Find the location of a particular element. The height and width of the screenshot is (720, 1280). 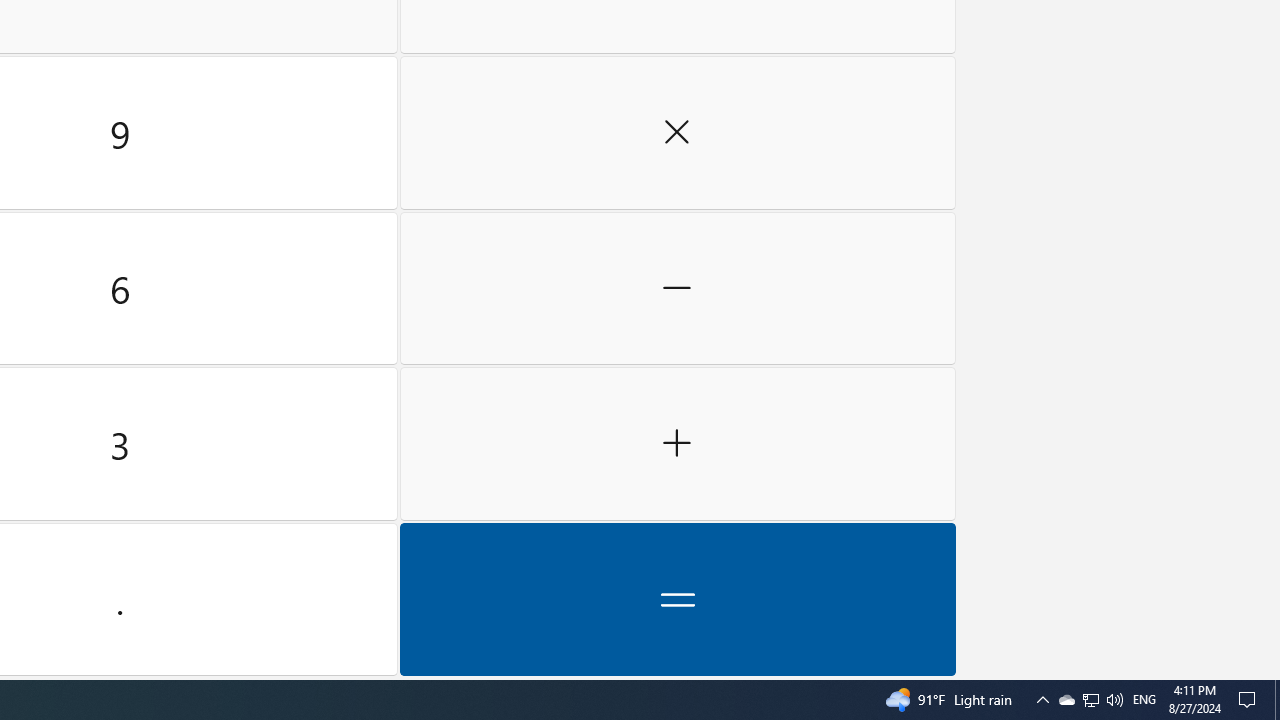

'Multiply by' is located at coordinates (677, 133).